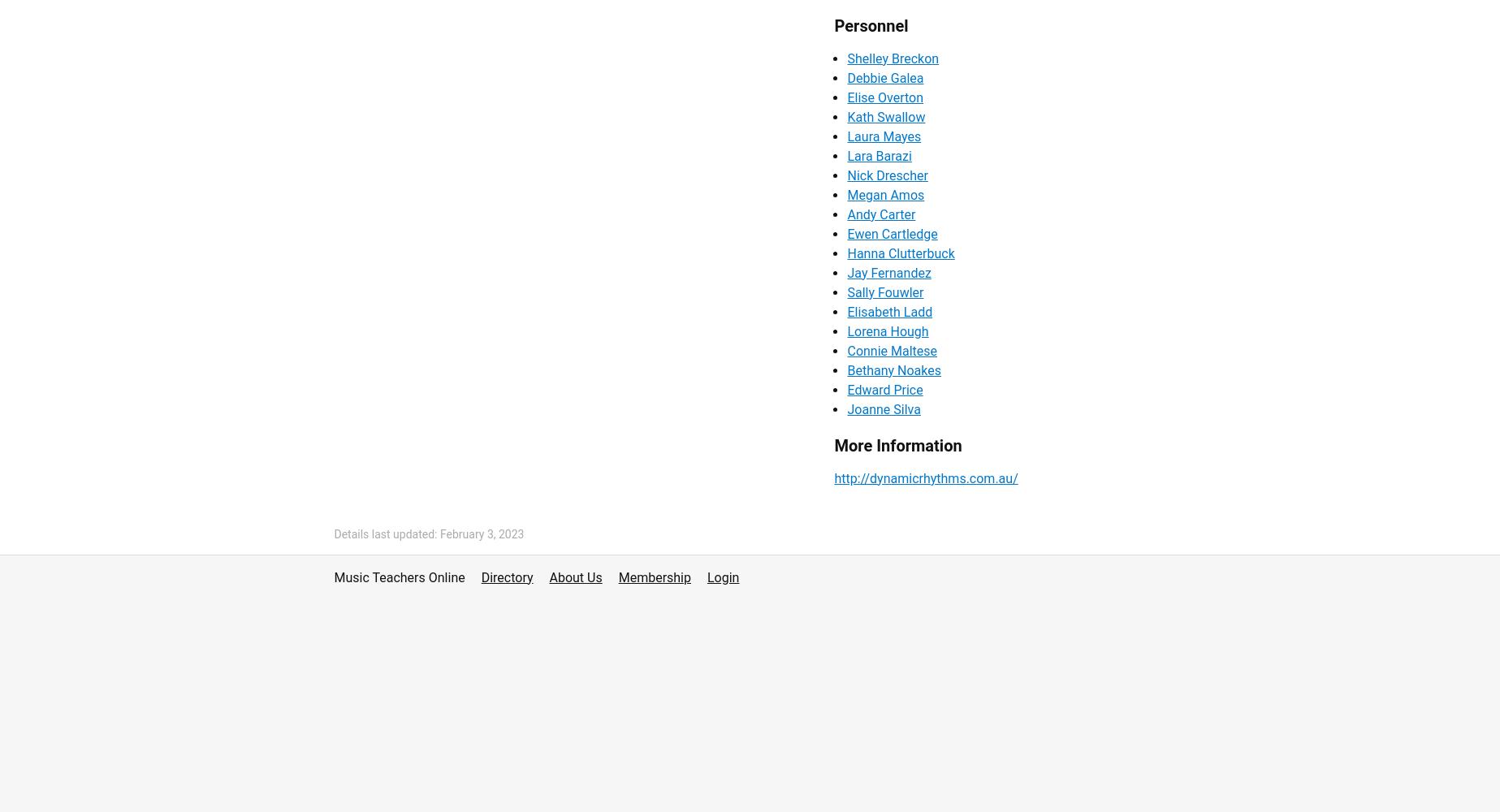  What do you see at coordinates (883, 408) in the screenshot?
I see `'Joanne Silva'` at bounding box center [883, 408].